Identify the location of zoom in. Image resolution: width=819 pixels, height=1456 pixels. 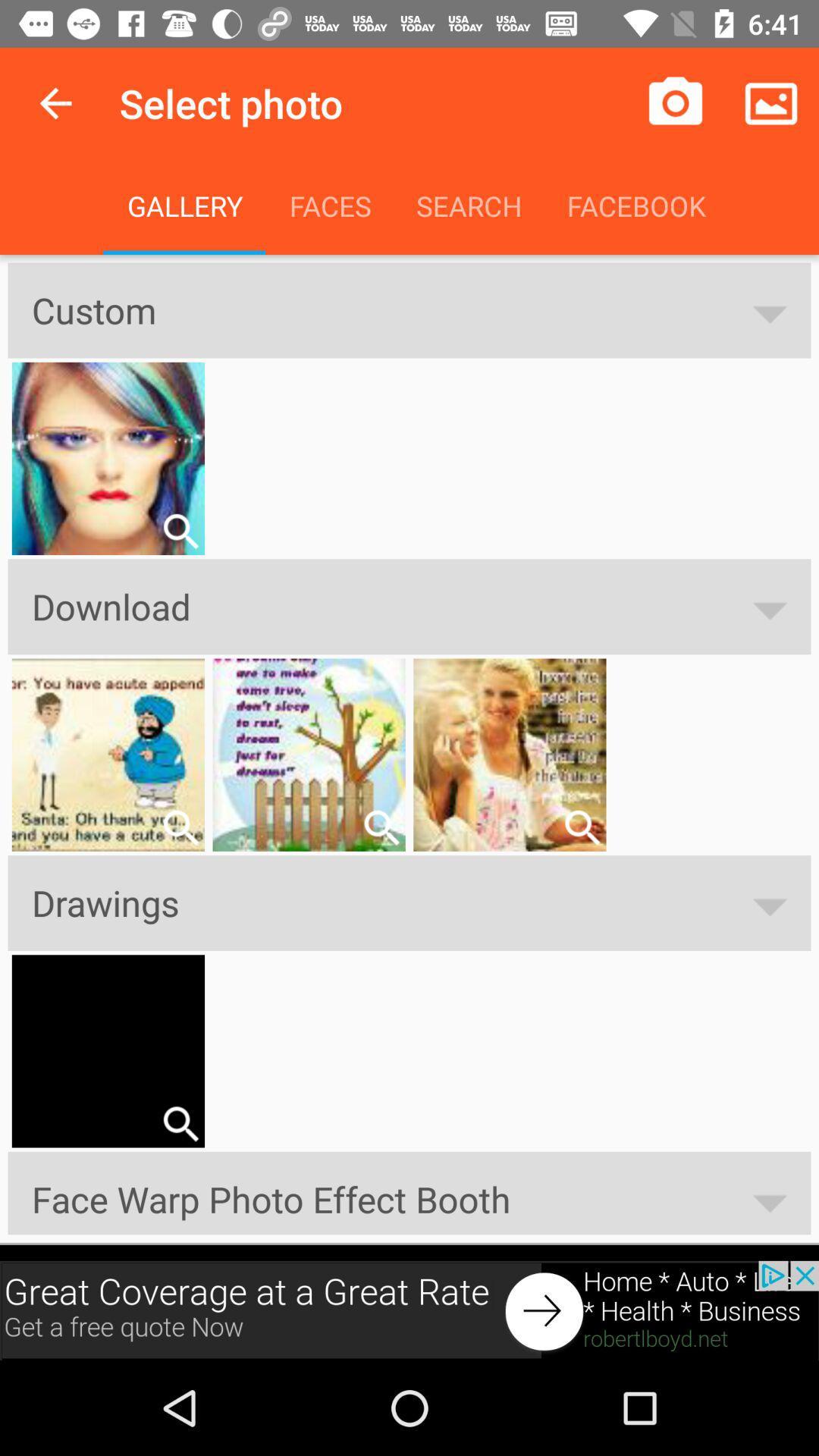
(180, 531).